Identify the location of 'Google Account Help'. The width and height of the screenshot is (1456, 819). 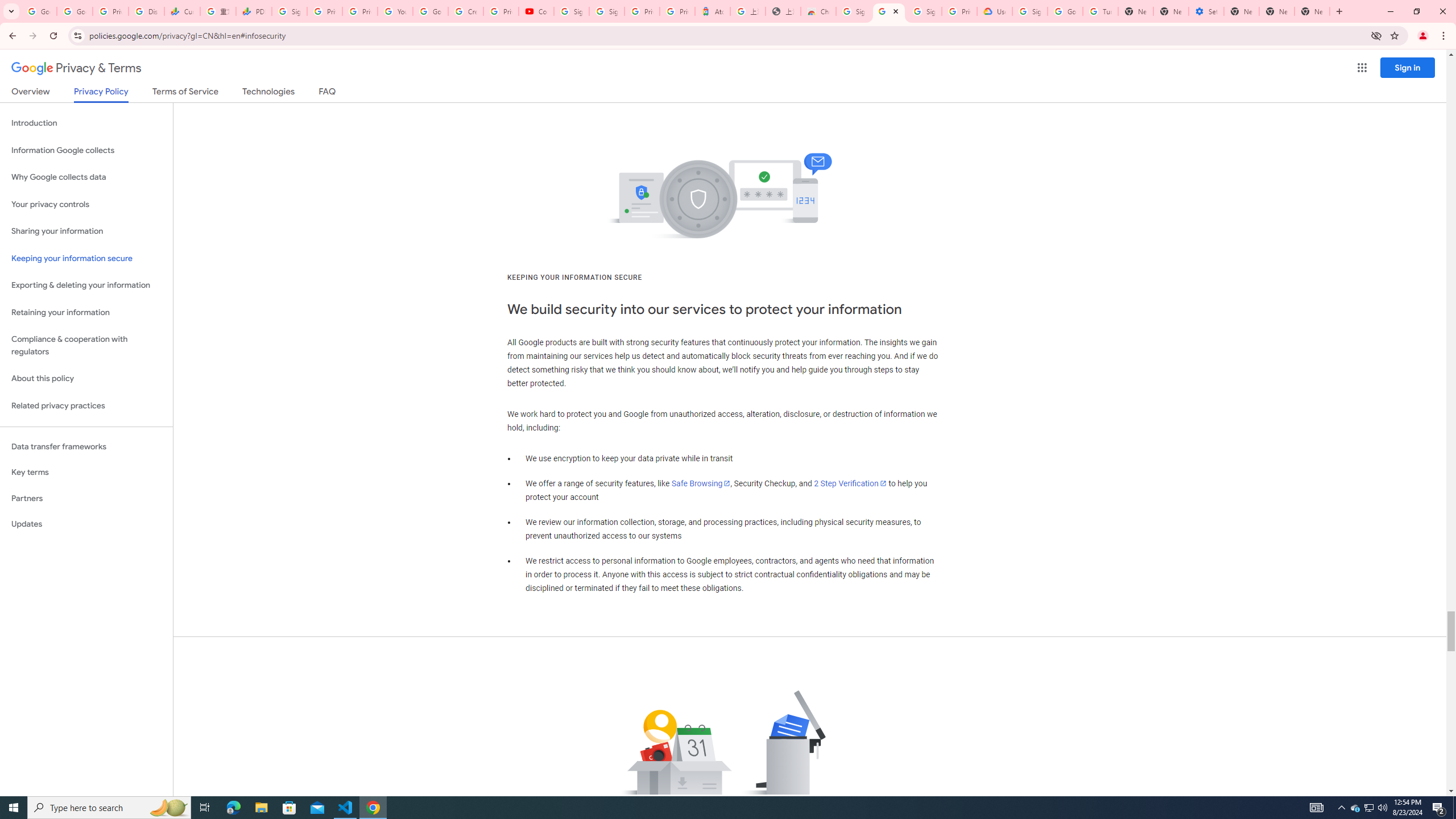
(429, 11).